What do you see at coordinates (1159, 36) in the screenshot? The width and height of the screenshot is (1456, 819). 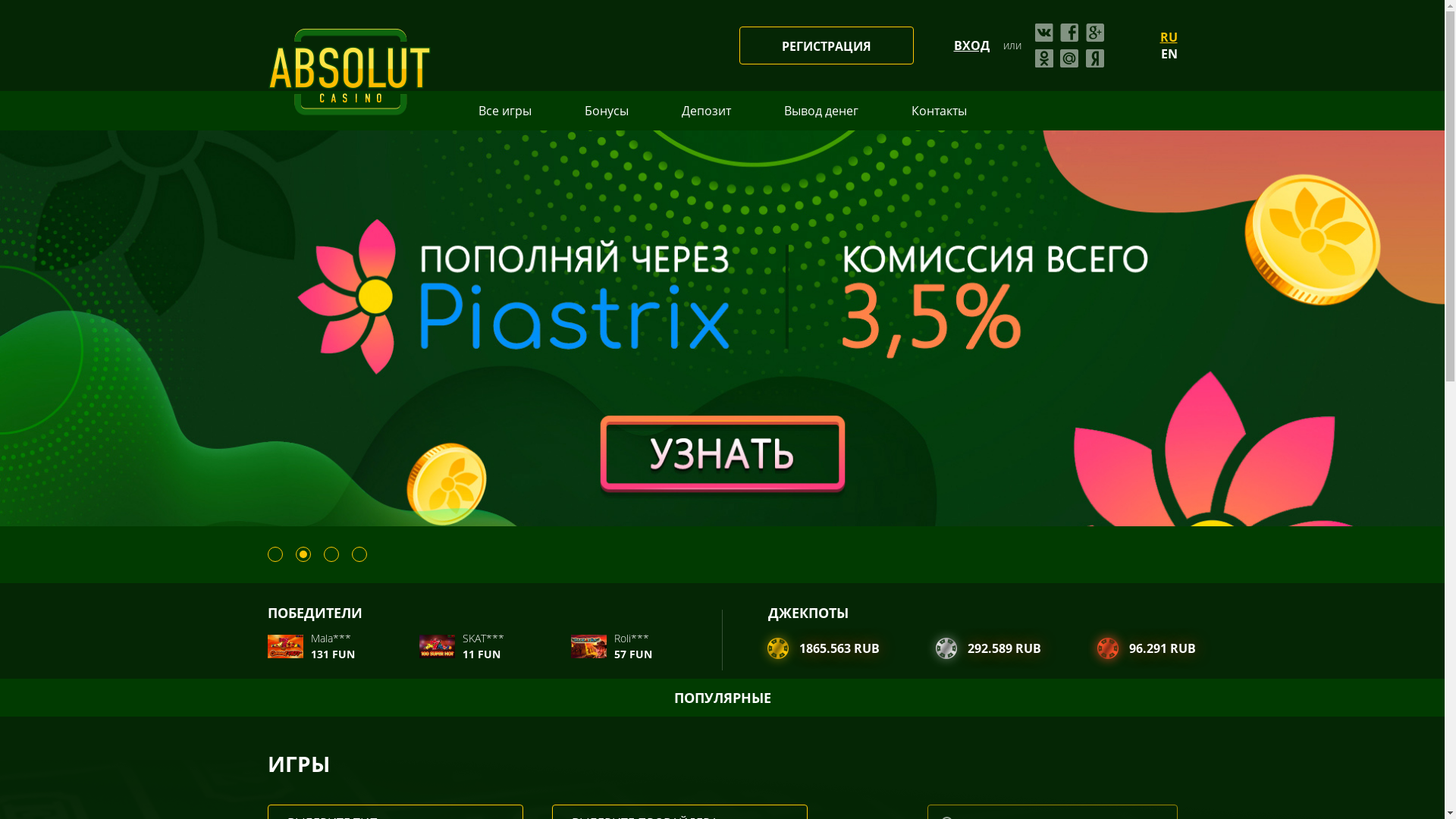 I see `'RU'` at bounding box center [1159, 36].